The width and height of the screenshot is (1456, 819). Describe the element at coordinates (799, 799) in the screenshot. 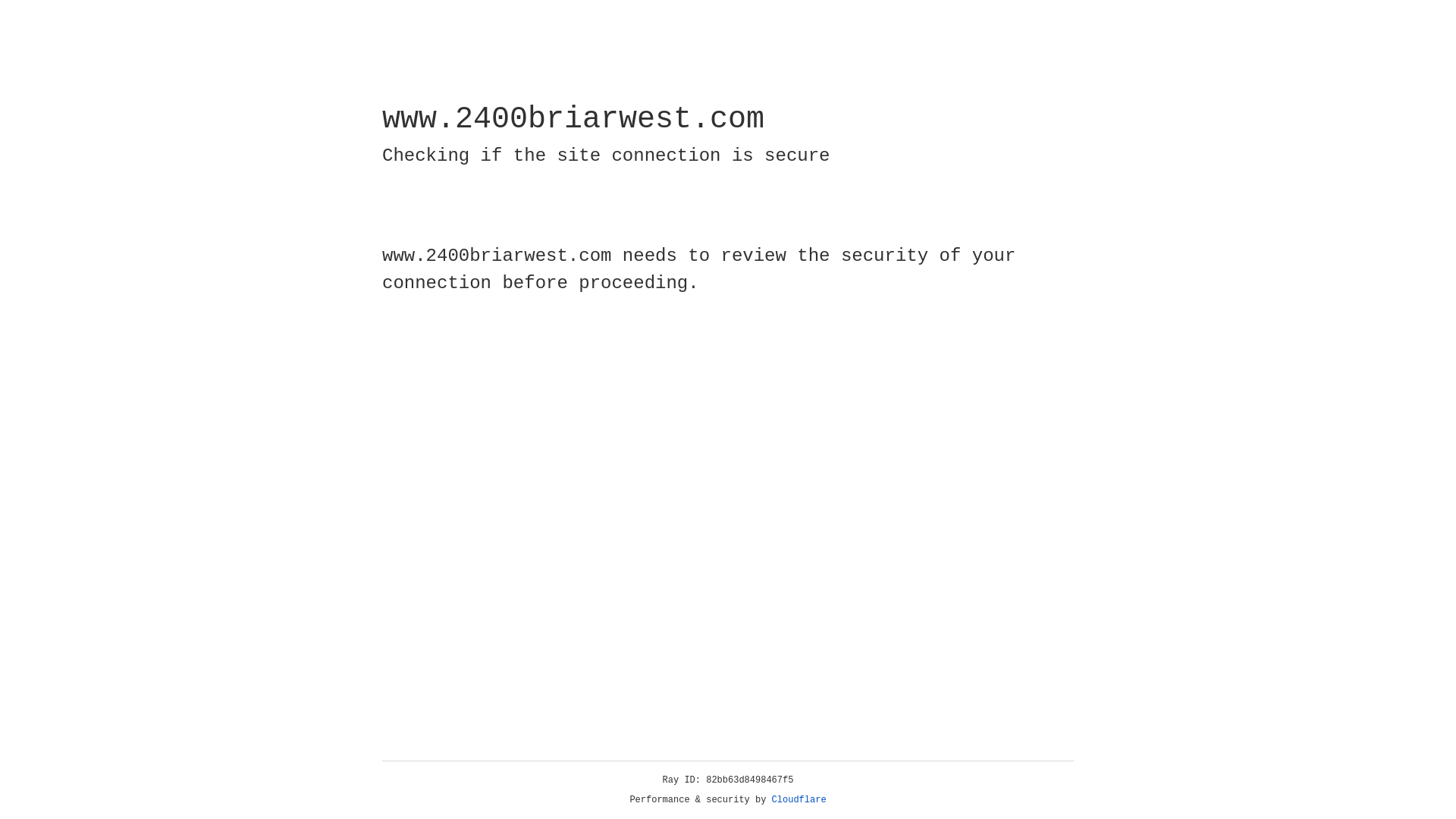

I see `'Cloudflare'` at that location.